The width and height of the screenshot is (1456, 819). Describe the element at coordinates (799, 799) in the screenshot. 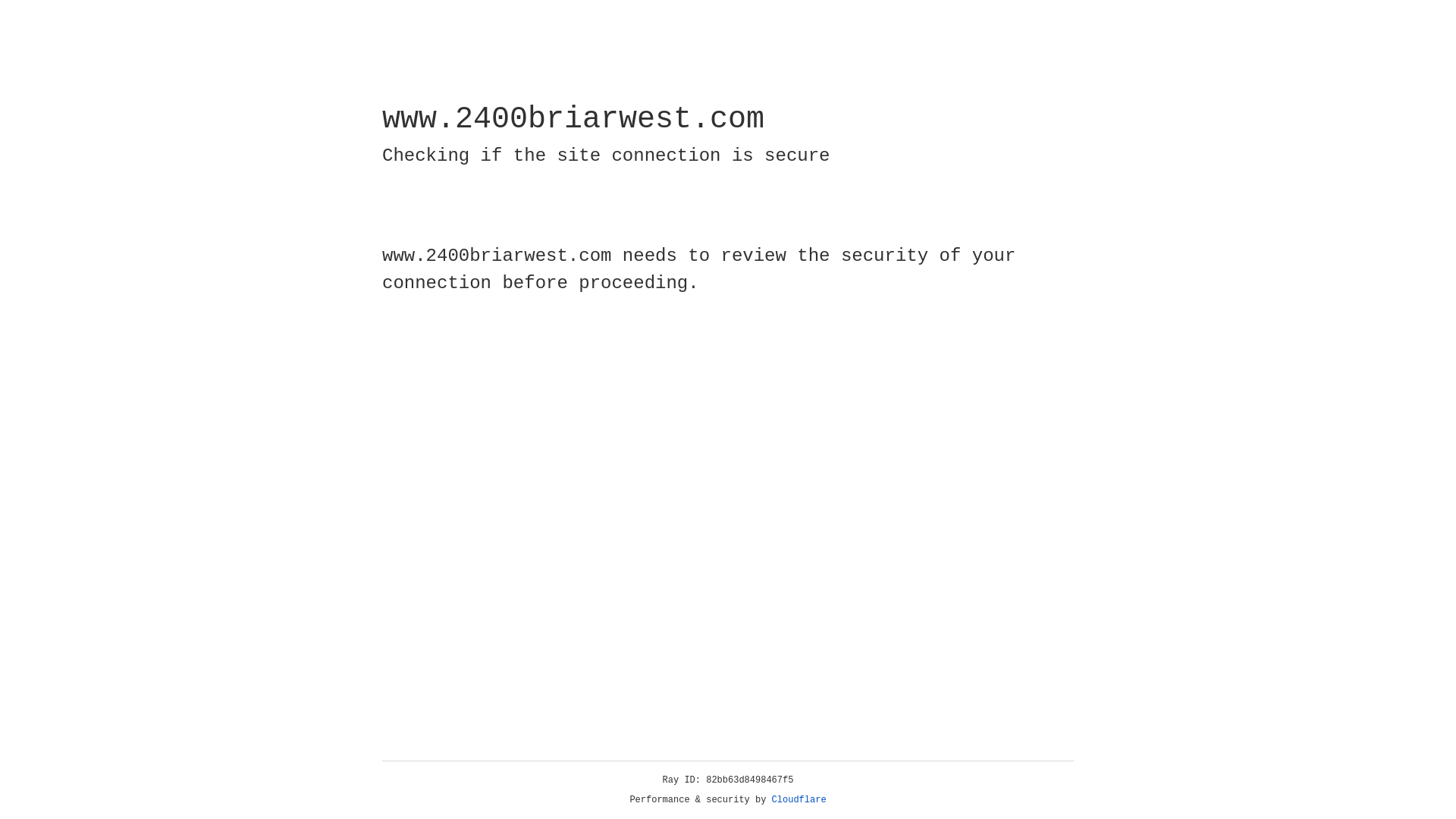

I see `'Cloudflare'` at that location.